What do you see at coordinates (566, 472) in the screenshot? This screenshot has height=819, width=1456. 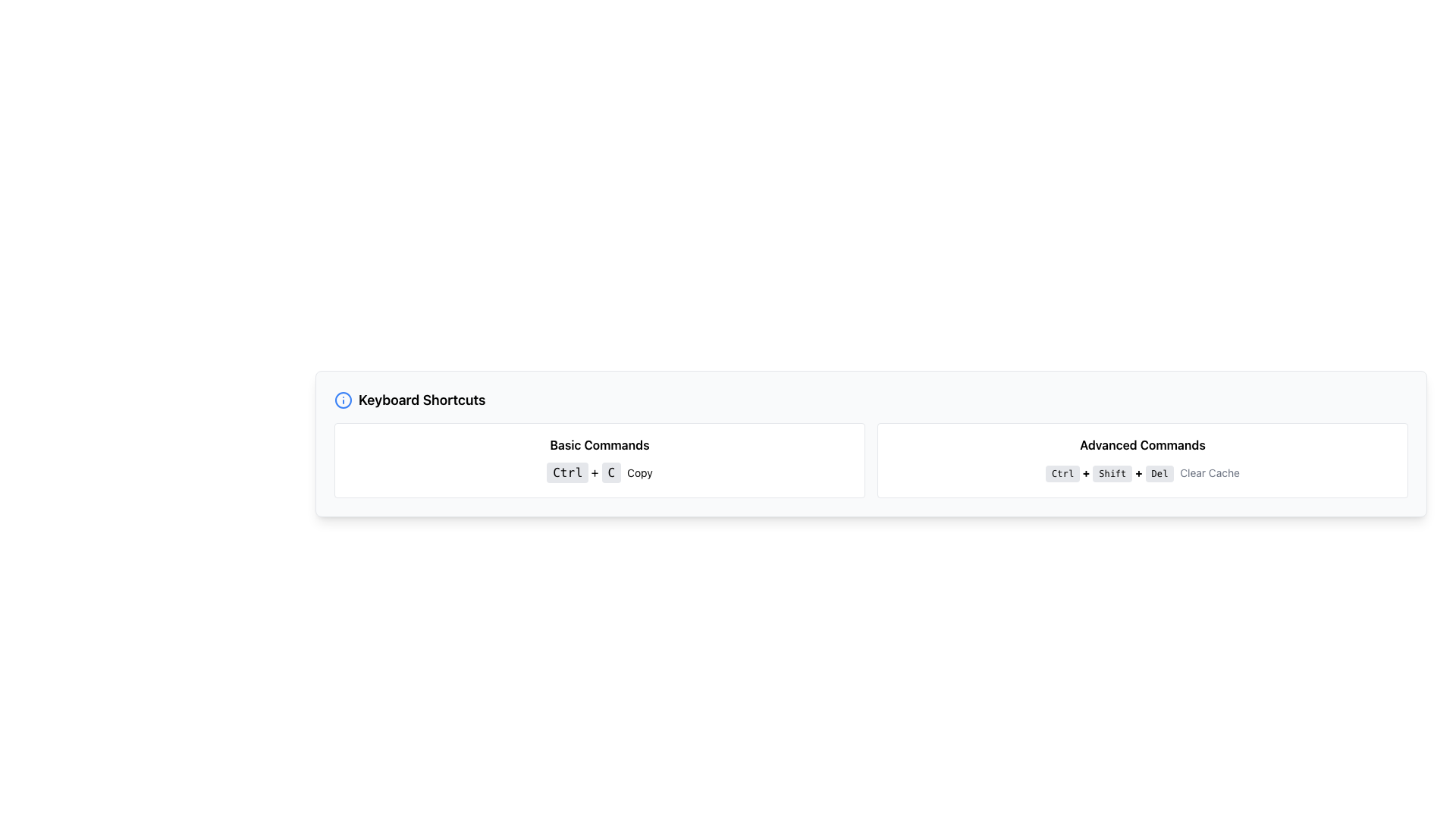 I see `the 'Ctrl' key representation in the keyboard shortcut instruction, which is part of the 'Ctrl + C Copy' sequence located in the 'Basic Commands' section` at bounding box center [566, 472].